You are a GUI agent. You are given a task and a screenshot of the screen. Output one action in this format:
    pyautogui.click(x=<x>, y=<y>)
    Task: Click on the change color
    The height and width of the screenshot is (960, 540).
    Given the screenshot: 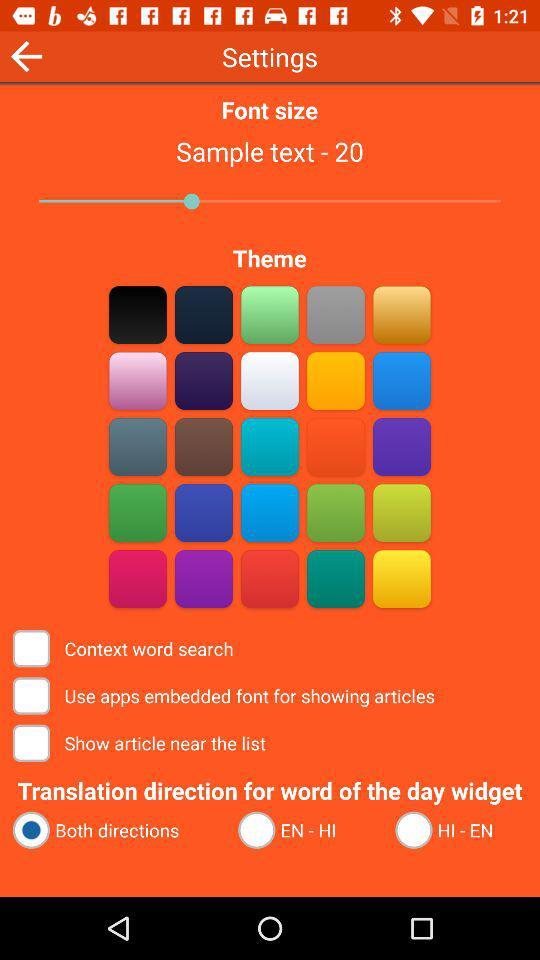 What is the action you would take?
    pyautogui.click(x=335, y=380)
    